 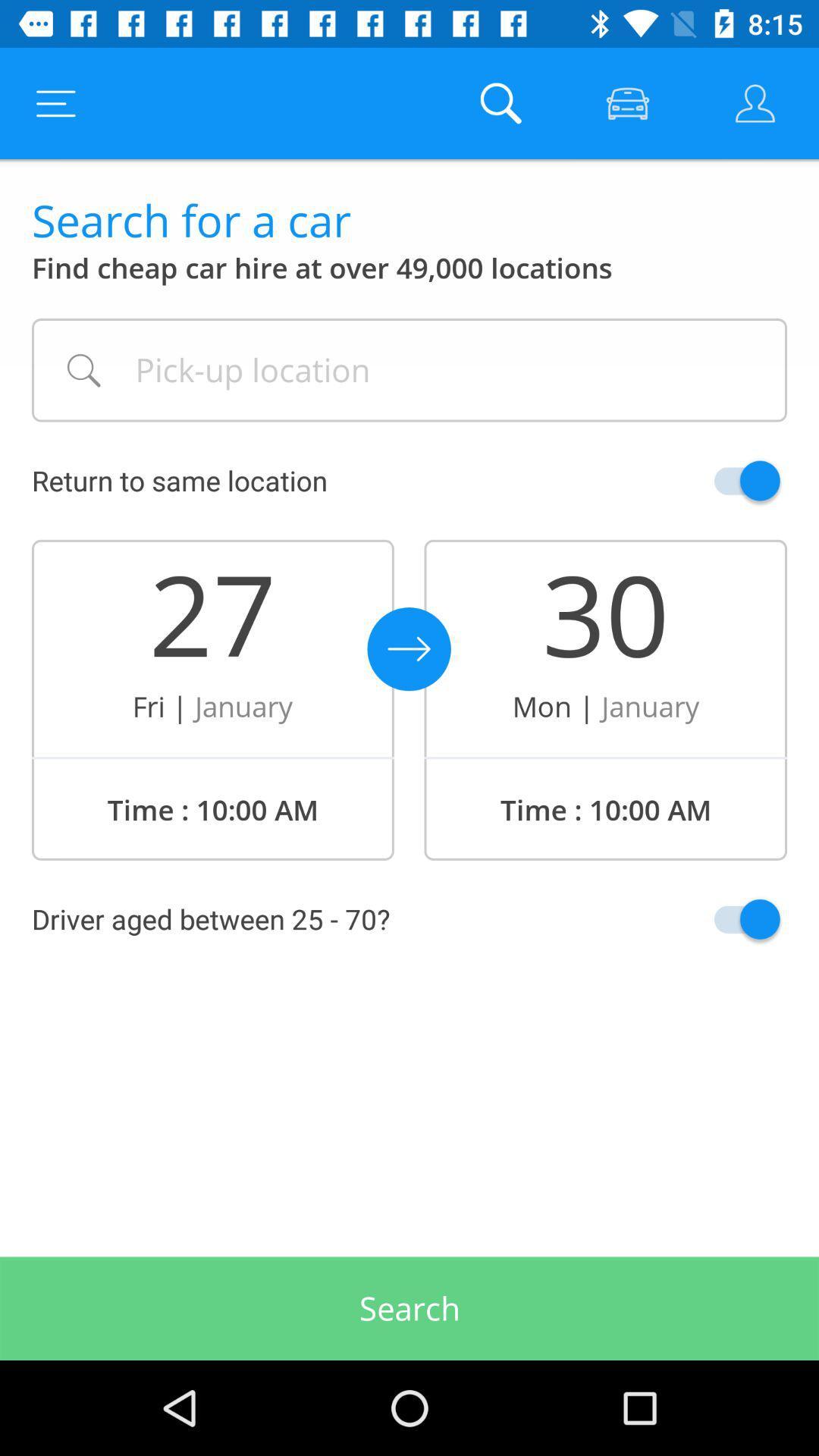 I want to click on return location selection, so click(x=711, y=480).